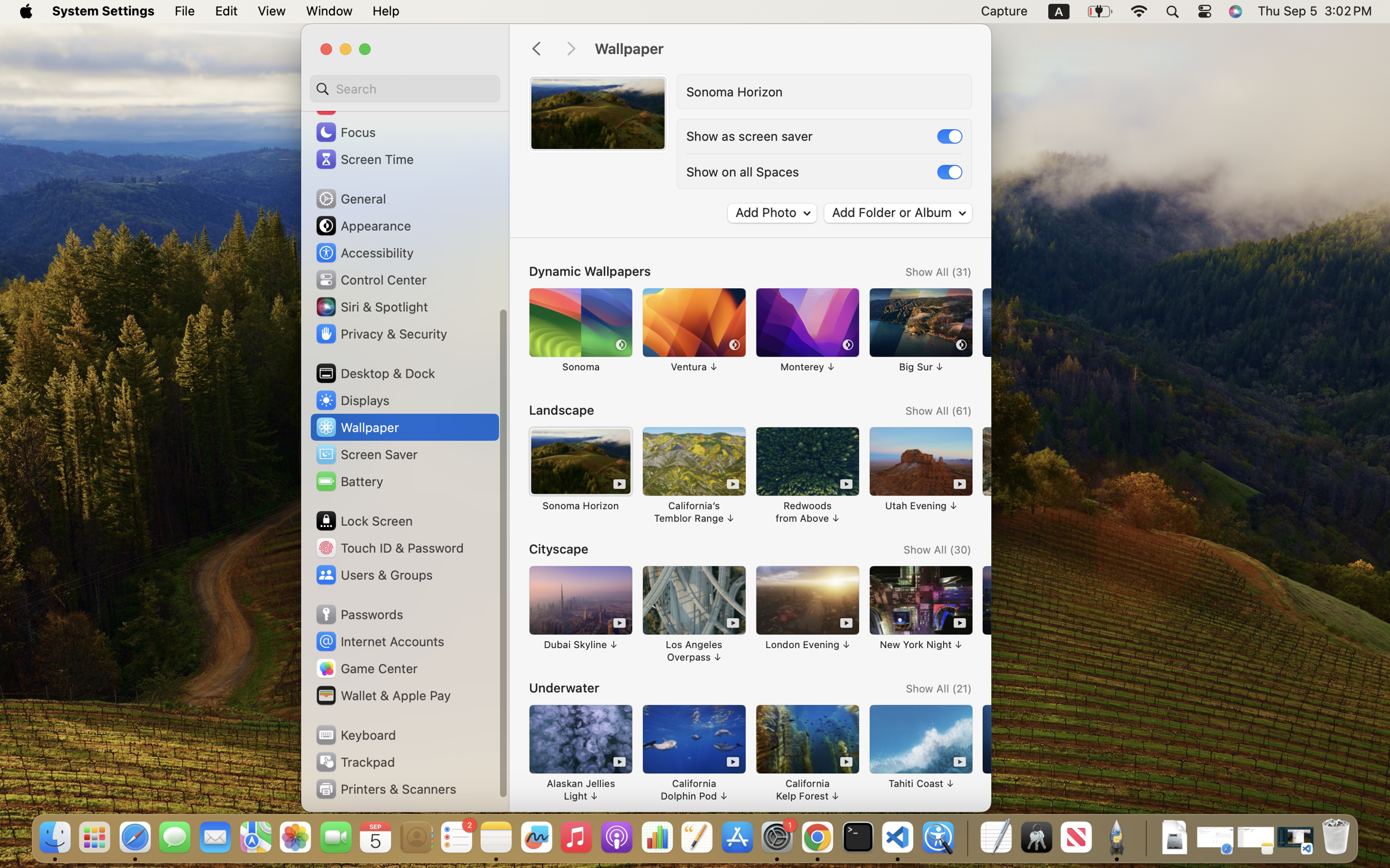 The height and width of the screenshot is (868, 1390). Describe the element at coordinates (563, 687) in the screenshot. I see `'Underwater'` at that location.